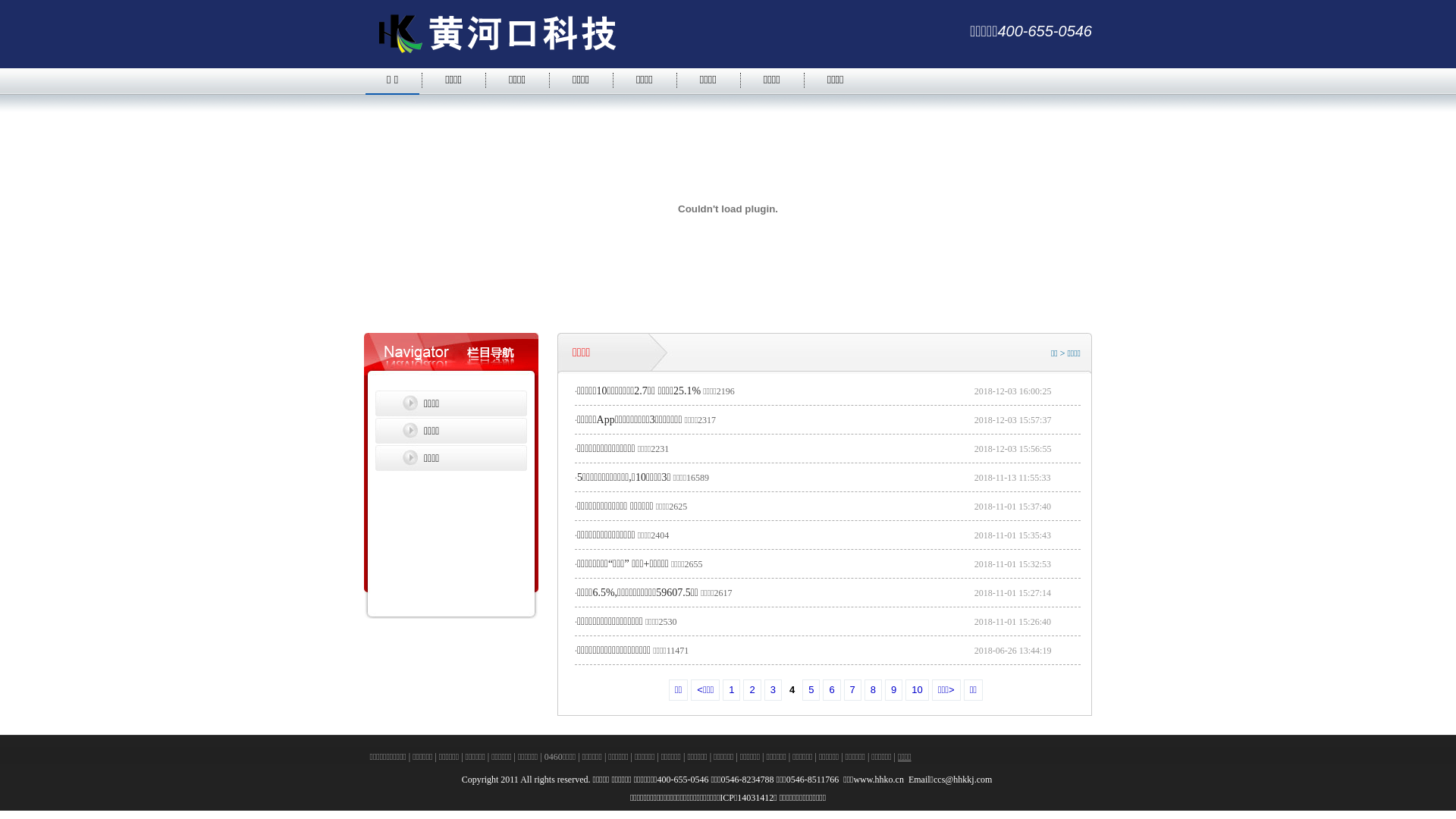 This screenshot has width=1456, height=819. Describe the element at coordinates (773, 690) in the screenshot. I see `'3'` at that location.